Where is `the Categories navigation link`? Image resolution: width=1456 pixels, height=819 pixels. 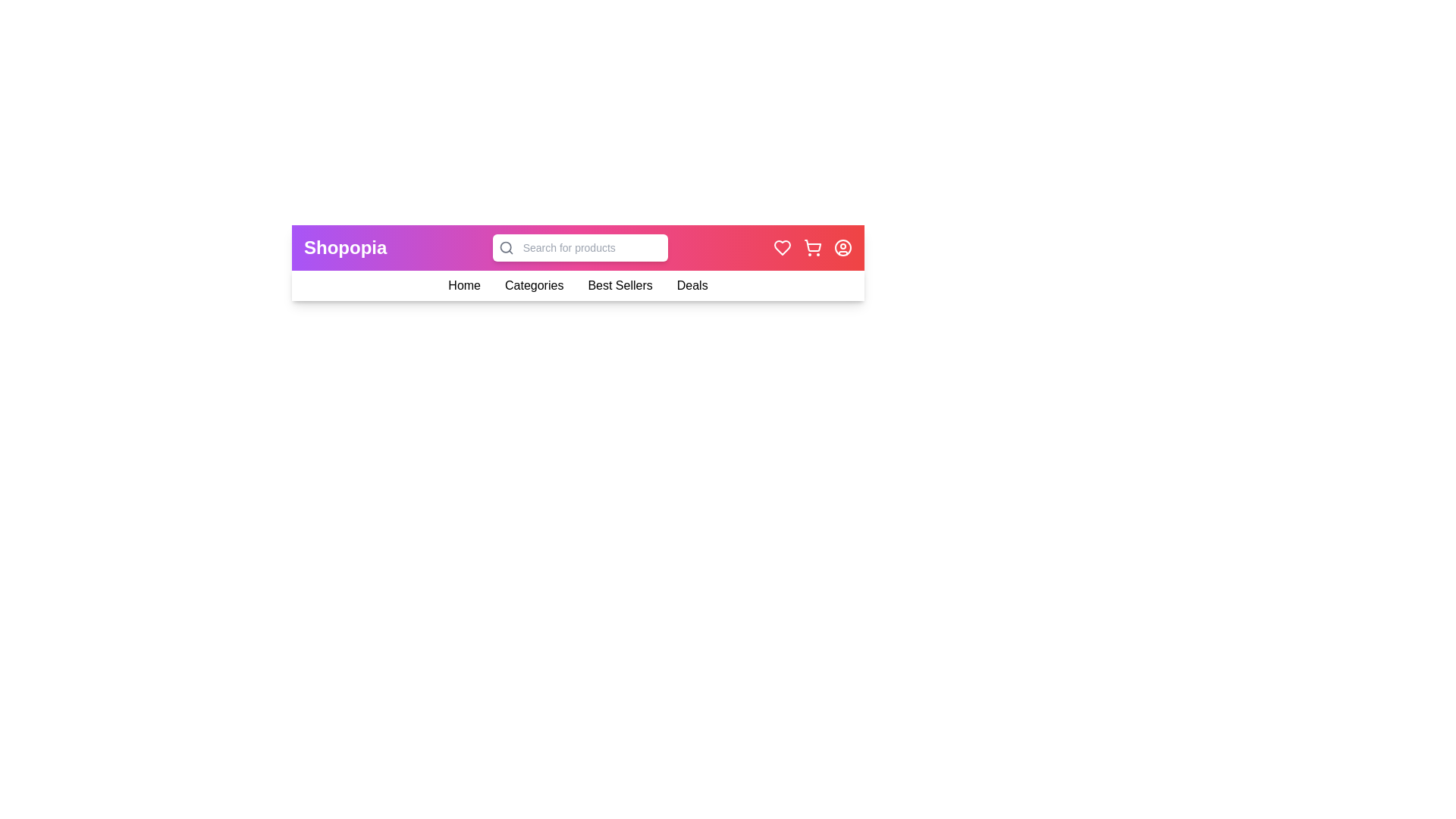 the Categories navigation link is located at coordinates (534, 286).